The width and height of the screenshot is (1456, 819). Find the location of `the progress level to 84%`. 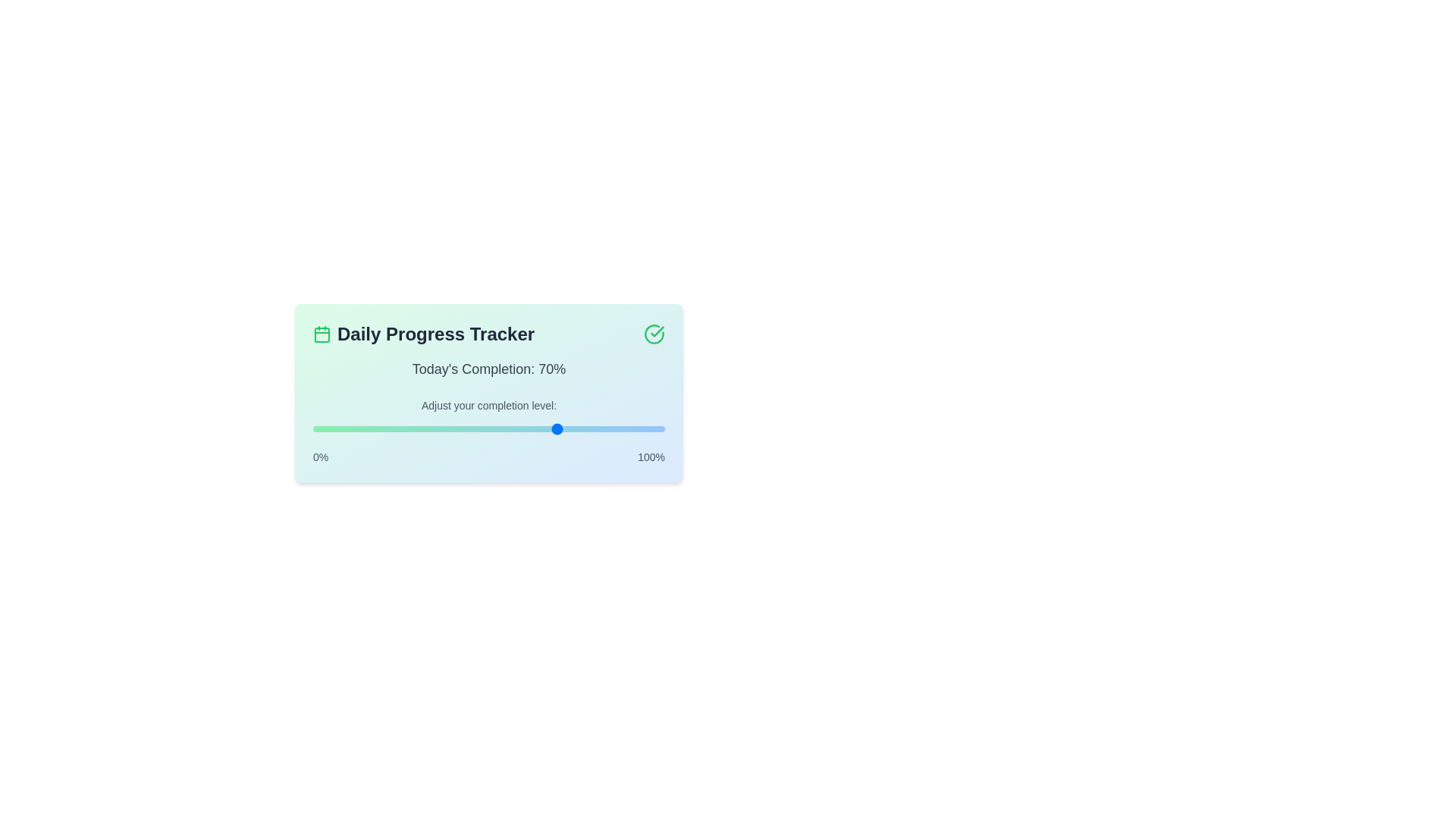

the progress level to 84% is located at coordinates (608, 429).